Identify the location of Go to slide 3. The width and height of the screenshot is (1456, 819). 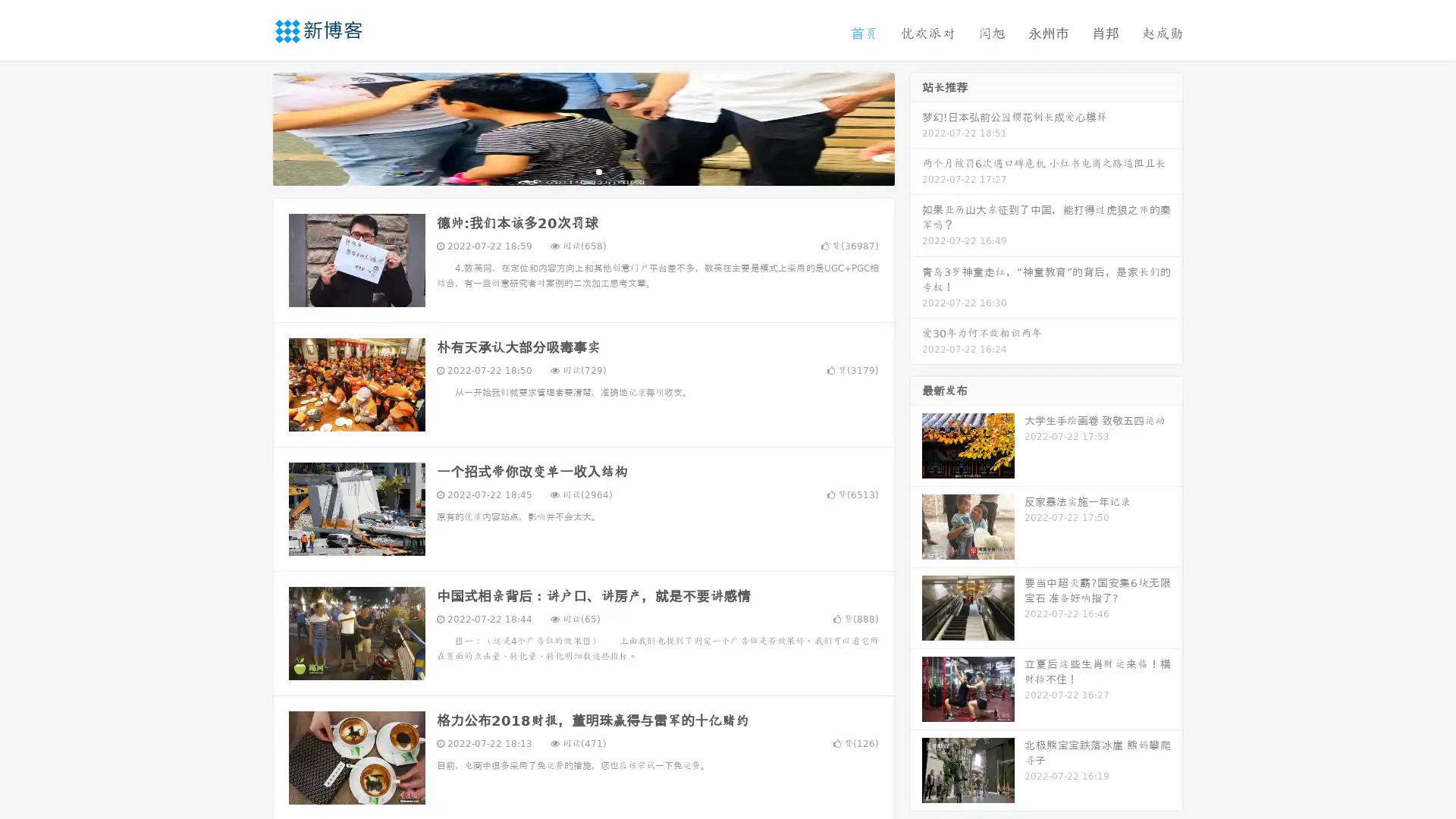
(598, 171).